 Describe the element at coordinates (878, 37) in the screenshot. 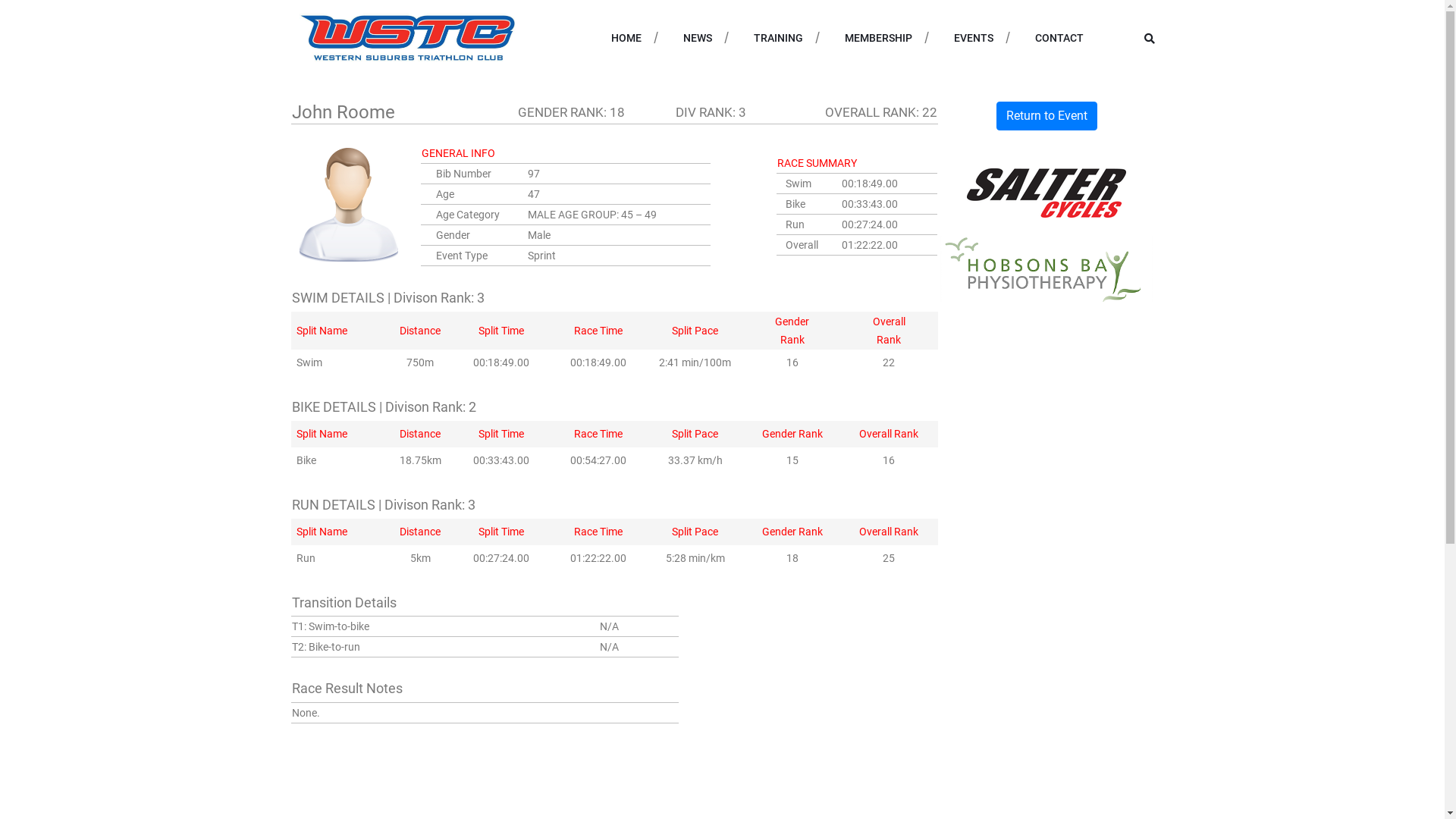

I see `'MEMBERSHIP'` at that location.